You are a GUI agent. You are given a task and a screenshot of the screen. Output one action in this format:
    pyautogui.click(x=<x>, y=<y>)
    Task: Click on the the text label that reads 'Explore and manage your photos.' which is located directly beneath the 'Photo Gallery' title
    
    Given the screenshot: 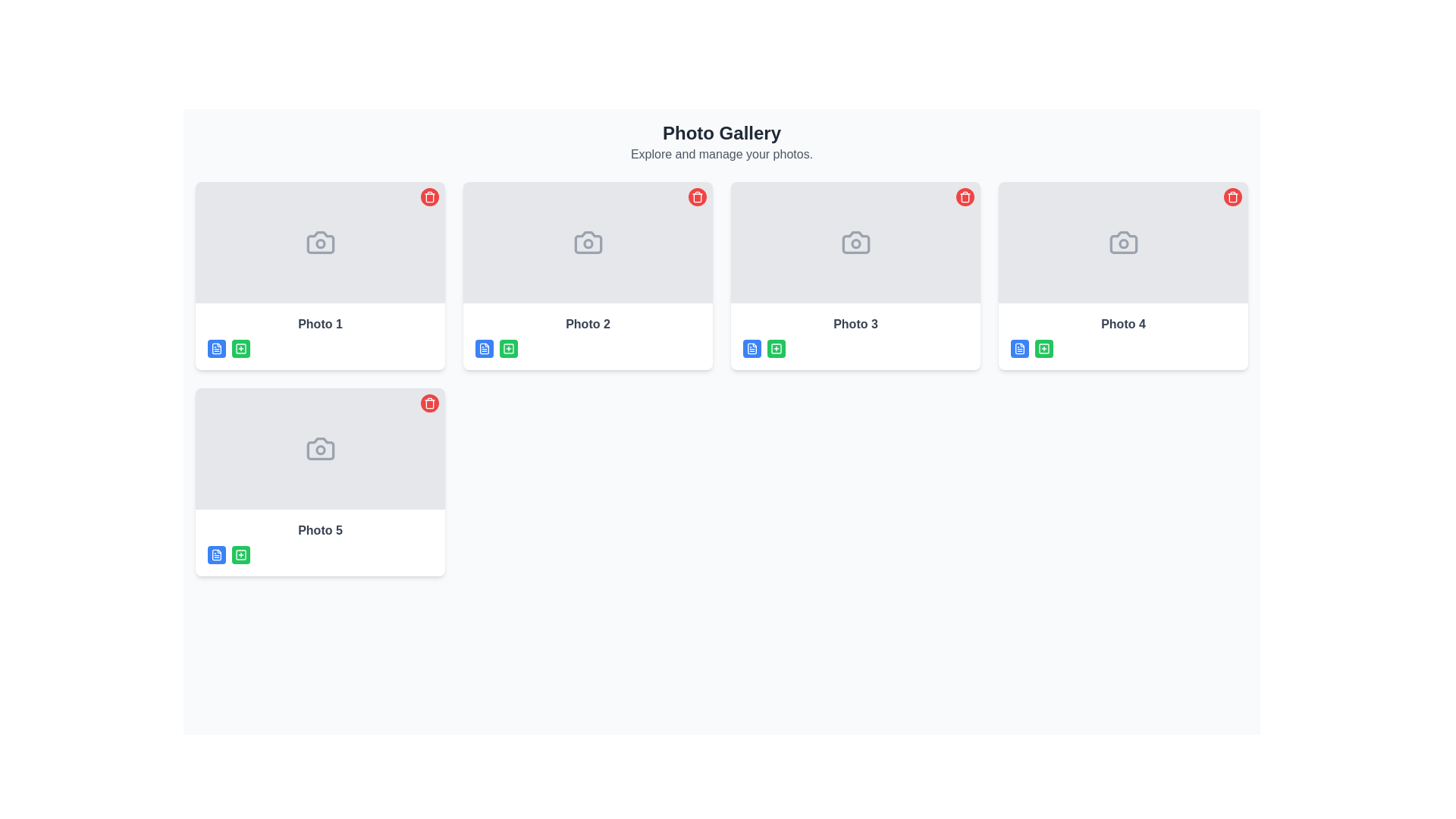 What is the action you would take?
    pyautogui.click(x=720, y=155)
    